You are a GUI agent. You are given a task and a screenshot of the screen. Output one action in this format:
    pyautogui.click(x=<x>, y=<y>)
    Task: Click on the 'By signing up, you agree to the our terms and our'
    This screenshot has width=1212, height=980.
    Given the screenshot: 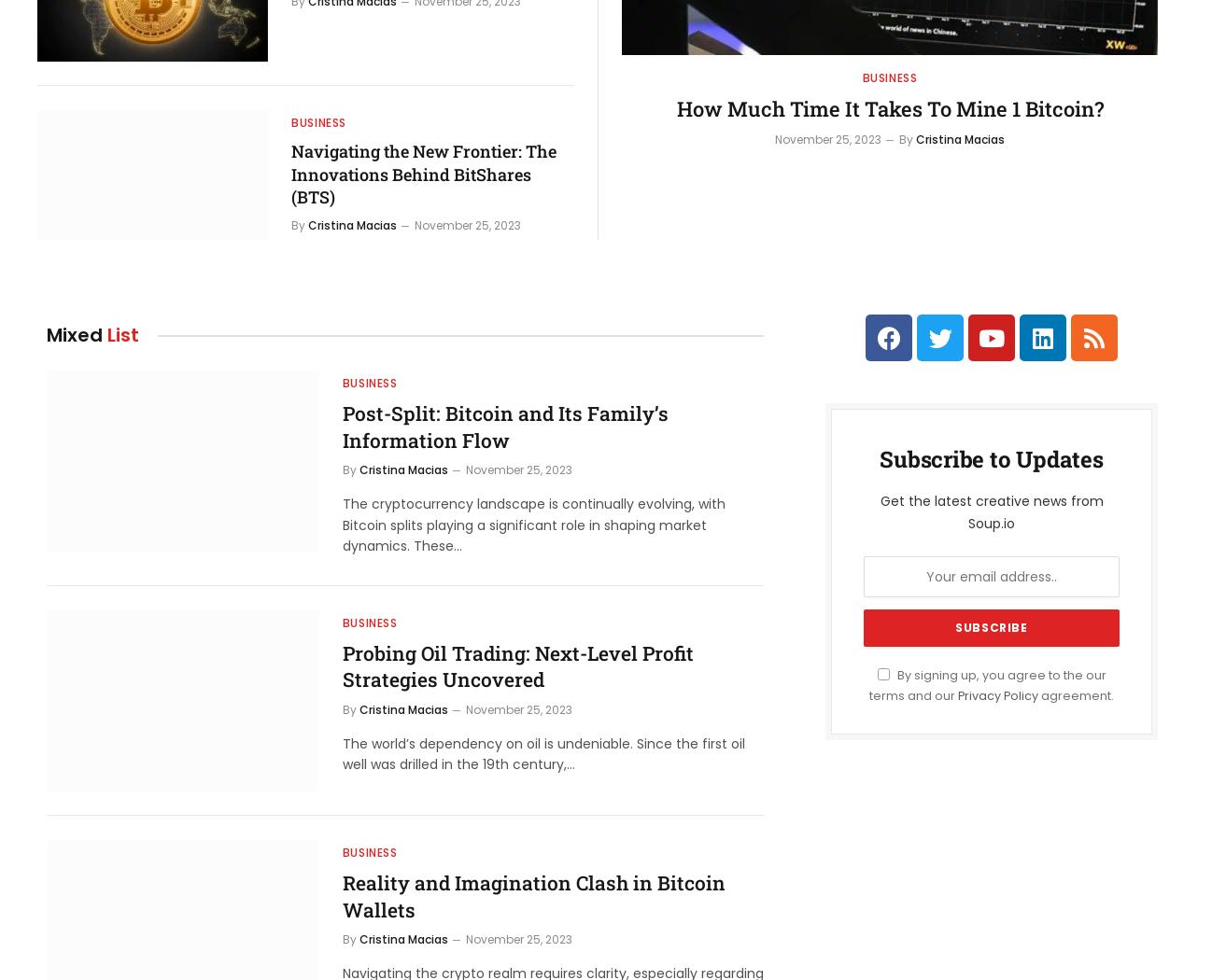 What is the action you would take?
    pyautogui.click(x=986, y=683)
    